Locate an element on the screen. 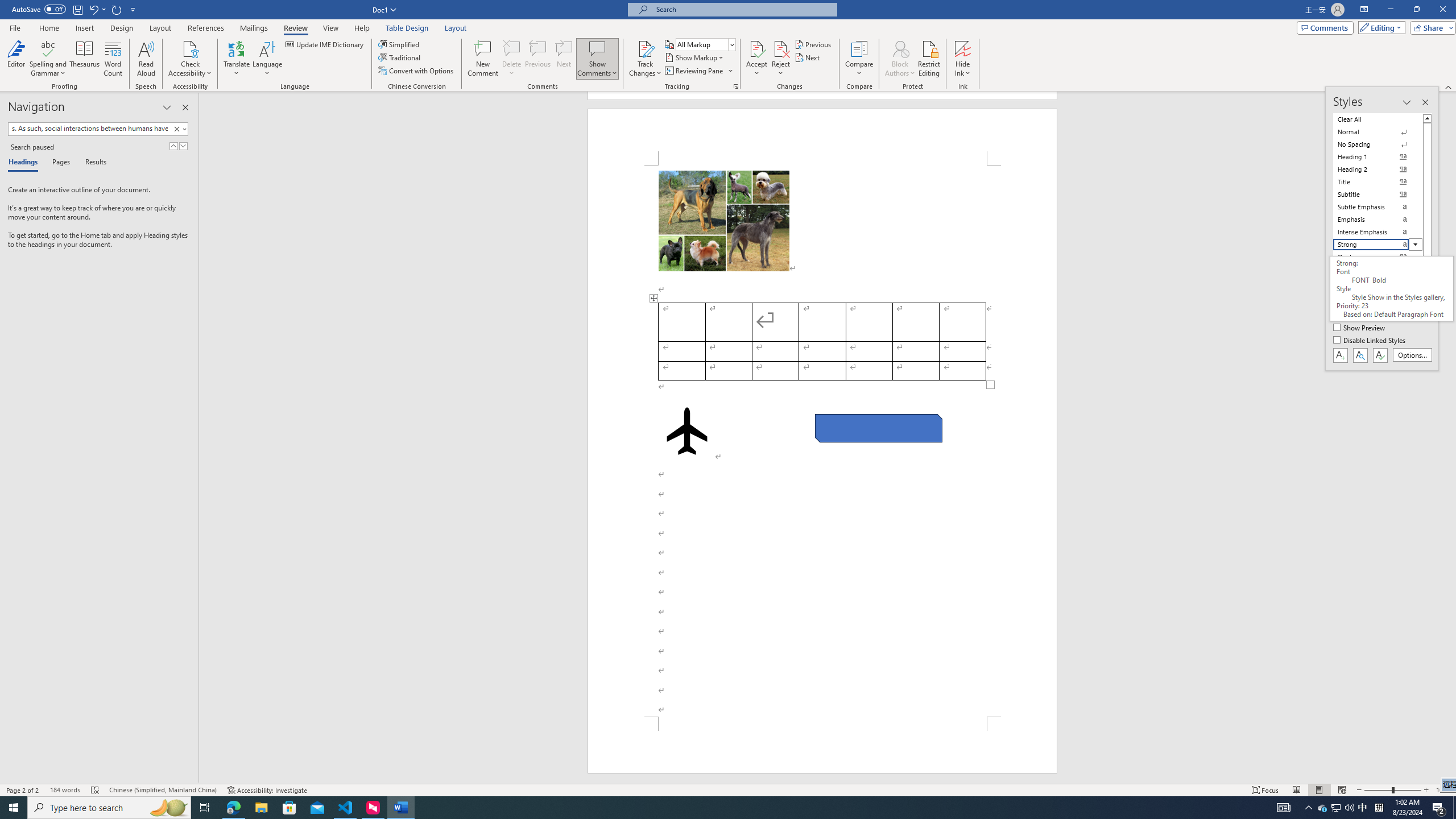 This screenshot has width=1456, height=819. 'Repeat Style' is located at coordinates (117, 9).